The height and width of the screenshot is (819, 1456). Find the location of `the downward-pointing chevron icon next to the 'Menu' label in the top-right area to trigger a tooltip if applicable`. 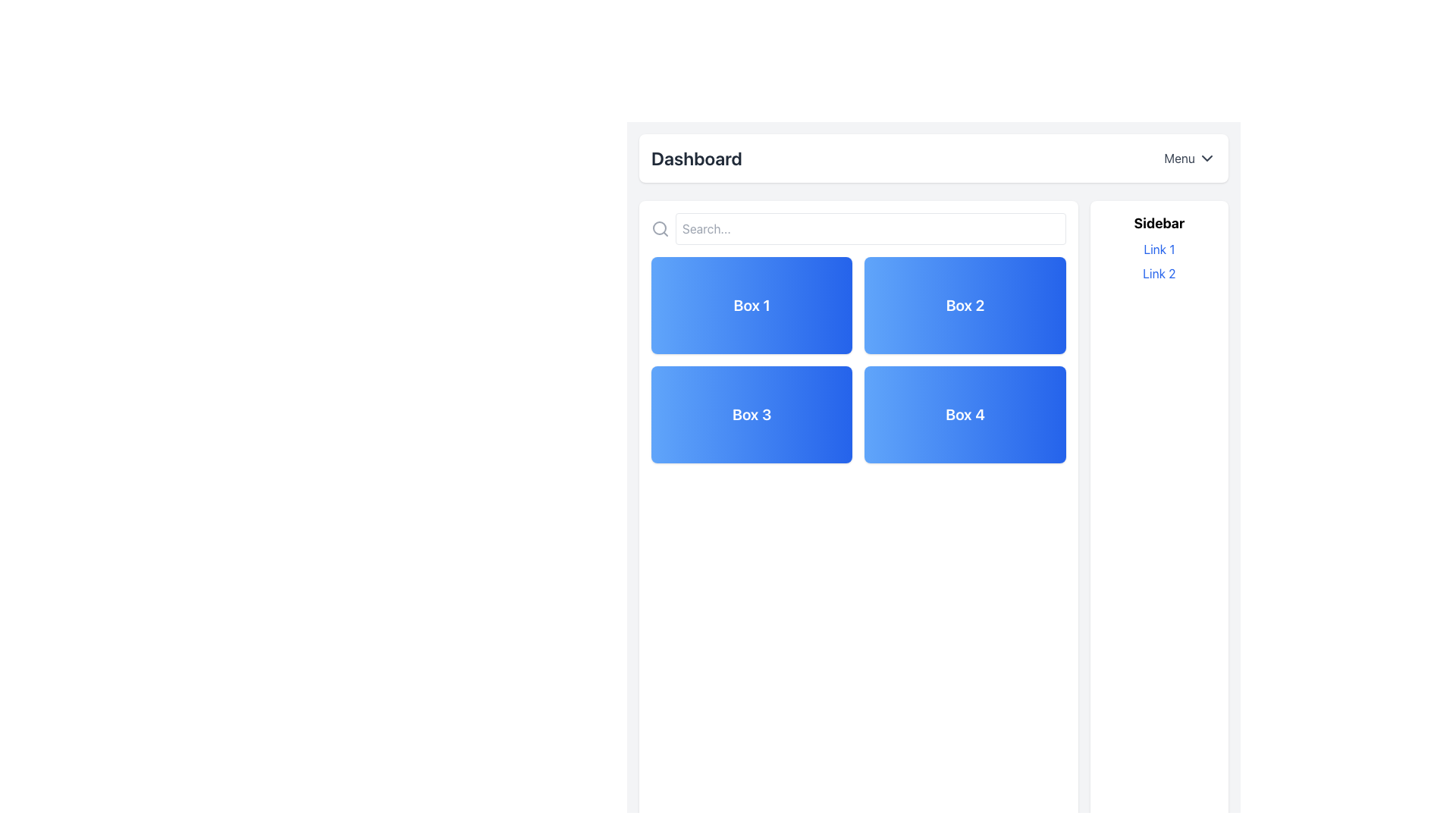

the downward-pointing chevron icon next to the 'Menu' label in the top-right area to trigger a tooltip if applicable is located at coordinates (1207, 158).